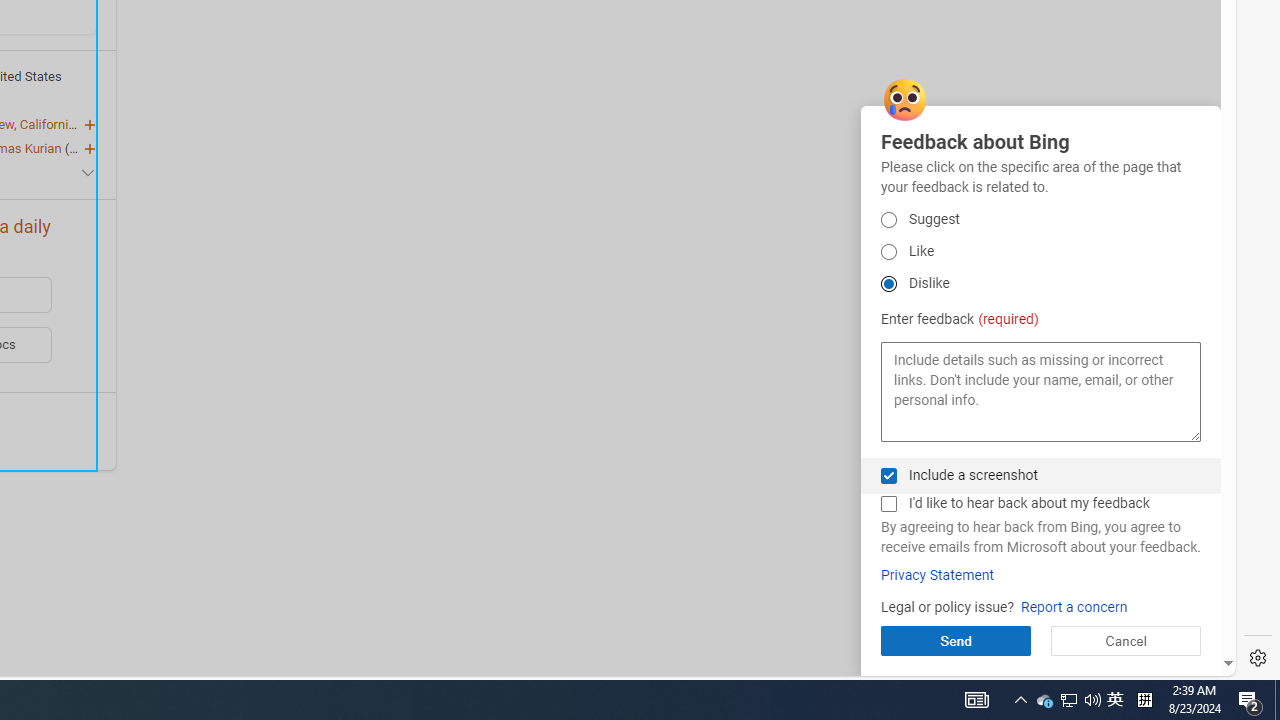 This screenshot has width=1280, height=720. What do you see at coordinates (887, 219) in the screenshot?
I see `'Suggest'` at bounding box center [887, 219].